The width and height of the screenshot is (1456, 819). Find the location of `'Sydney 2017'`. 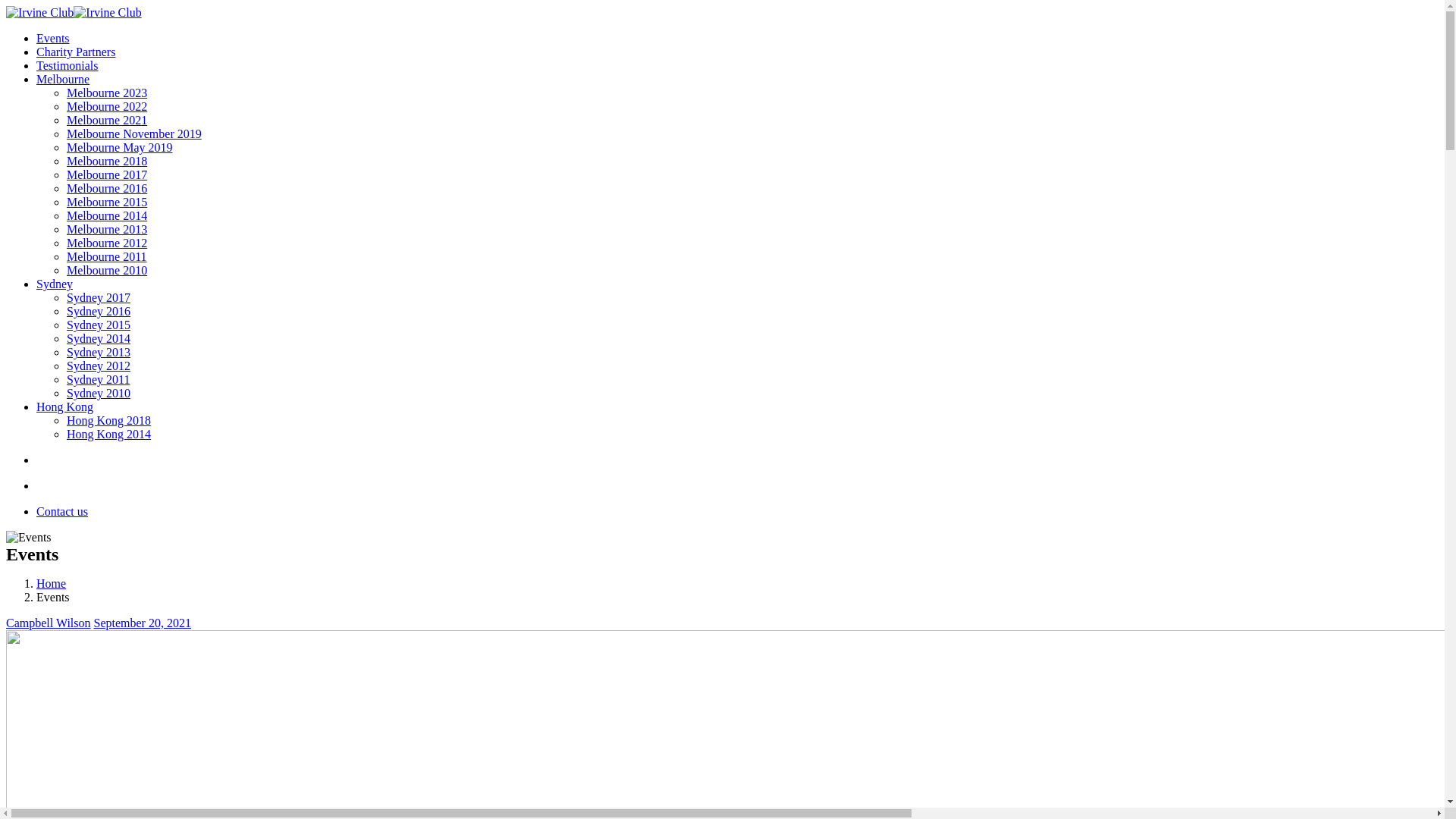

'Sydney 2017' is located at coordinates (65, 297).